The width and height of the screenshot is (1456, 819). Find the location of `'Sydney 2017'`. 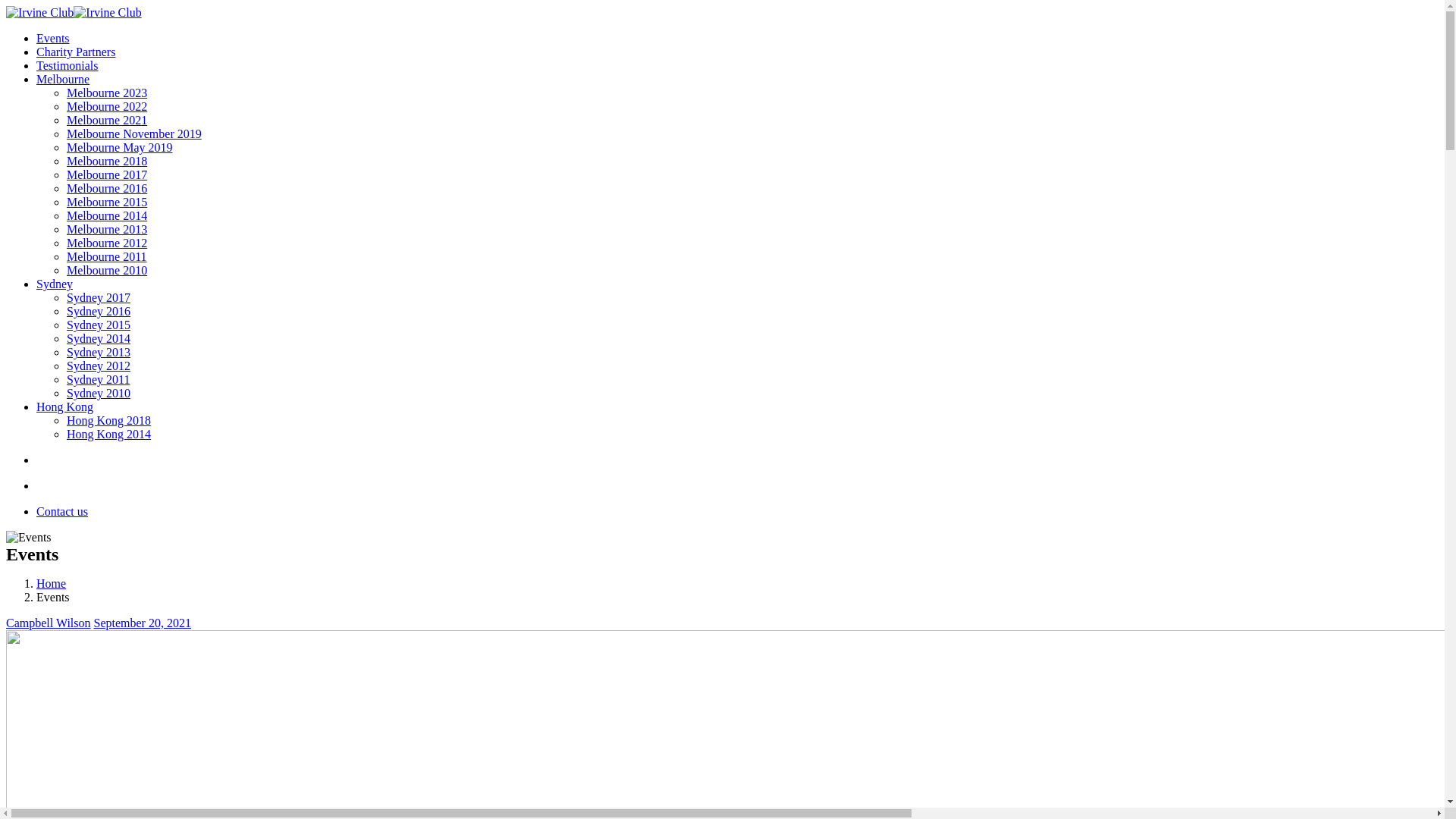

'Sydney 2017' is located at coordinates (65, 297).